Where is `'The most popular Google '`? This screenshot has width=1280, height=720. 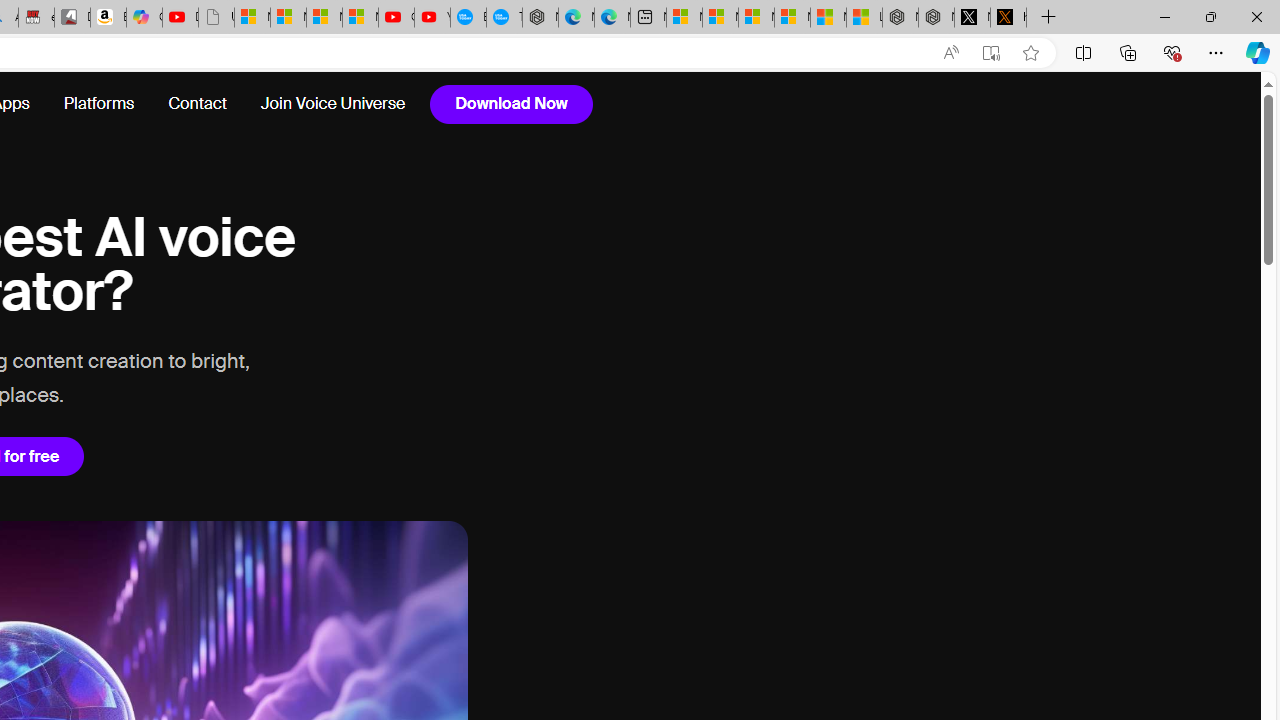
'The most popular Google ' is located at coordinates (504, 17).